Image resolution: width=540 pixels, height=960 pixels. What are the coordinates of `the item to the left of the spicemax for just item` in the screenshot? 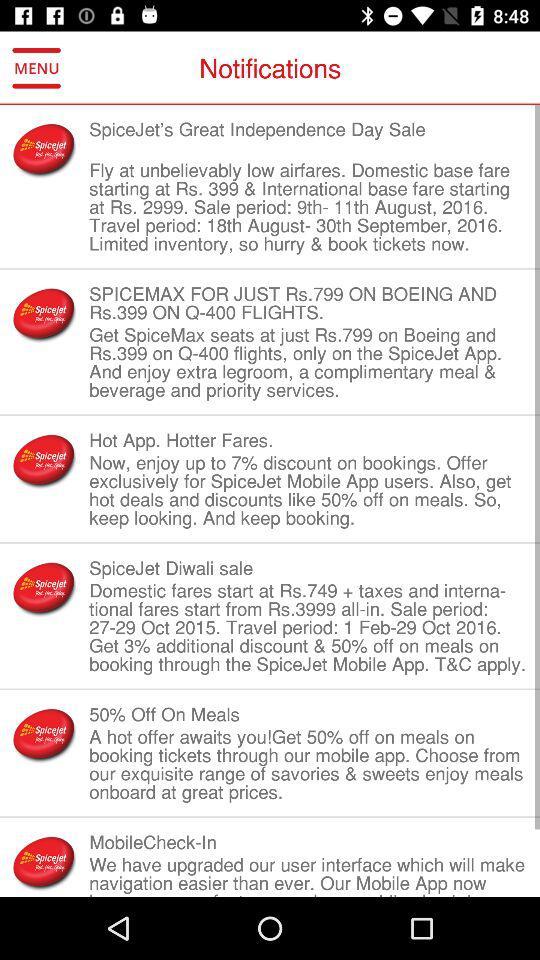 It's located at (44, 314).